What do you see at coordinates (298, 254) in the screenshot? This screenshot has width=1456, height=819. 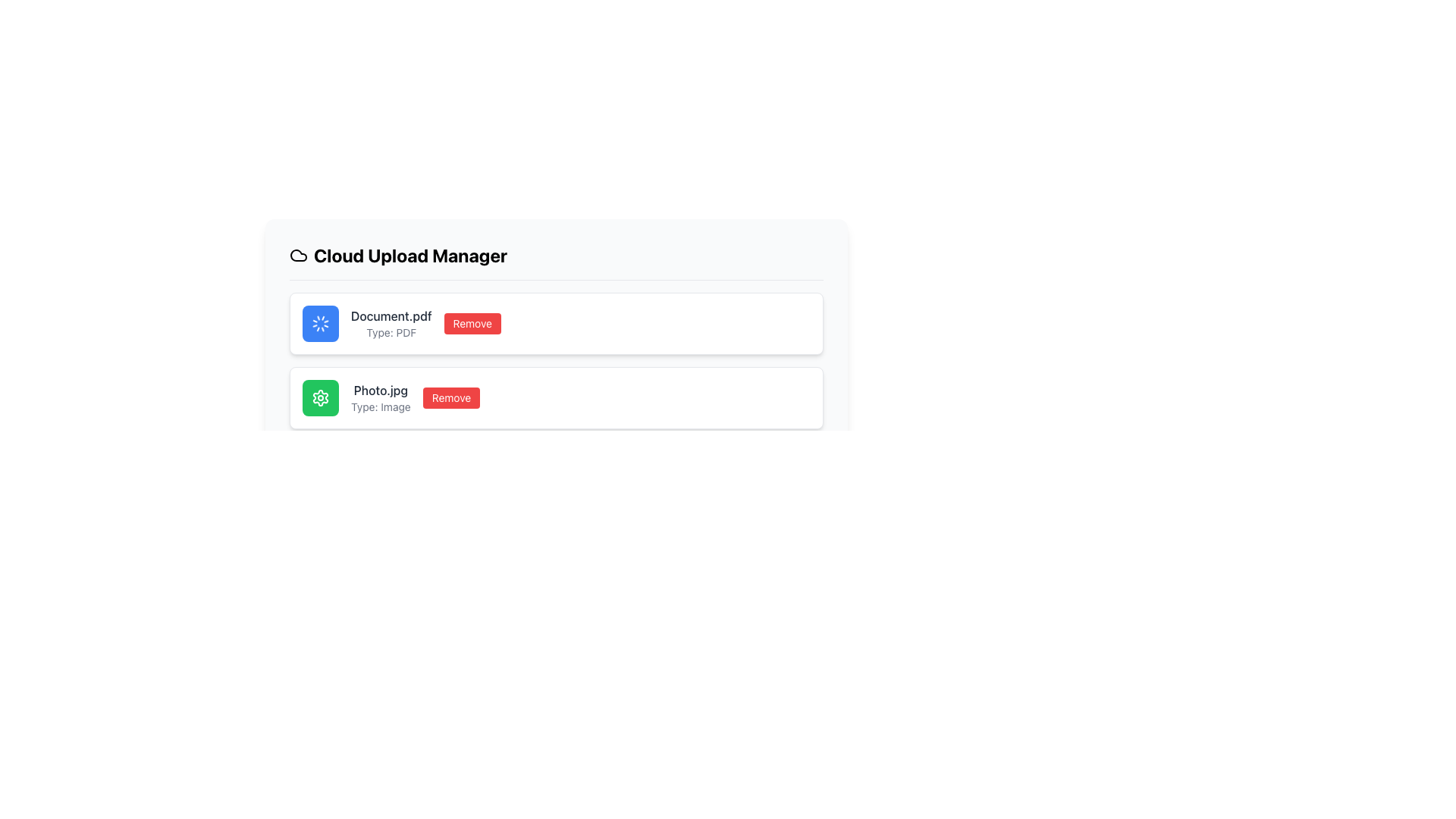 I see `the cloud icon representing cloud storage functionality located in the top section of the 'Cloud Upload Manager' widget, positioned to the left of the text 'Cloud Upload Manager'` at bounding box center [298, 254].